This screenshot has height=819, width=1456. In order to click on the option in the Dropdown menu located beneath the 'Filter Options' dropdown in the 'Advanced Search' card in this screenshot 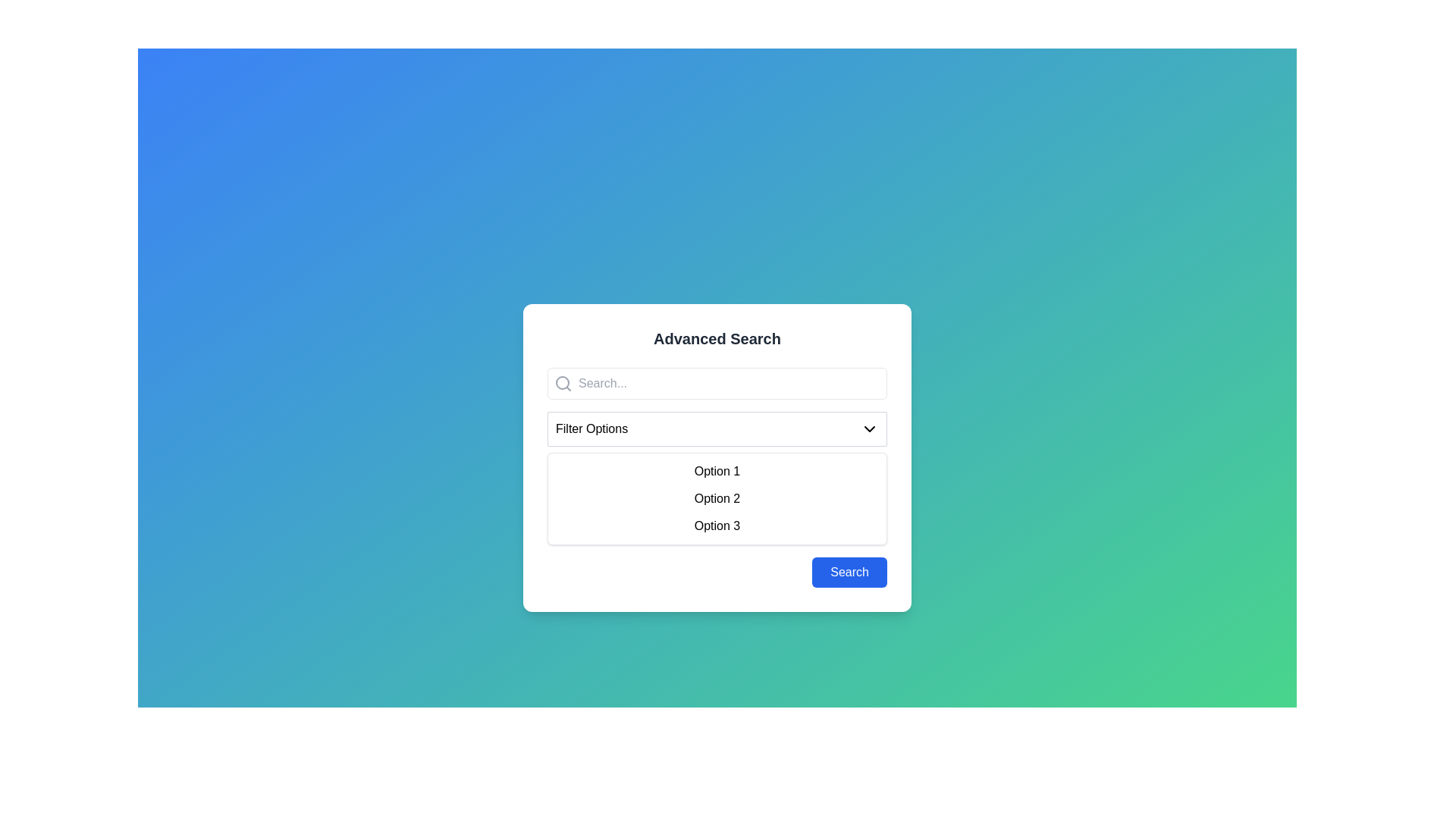, I will do `click(716, 476)`.